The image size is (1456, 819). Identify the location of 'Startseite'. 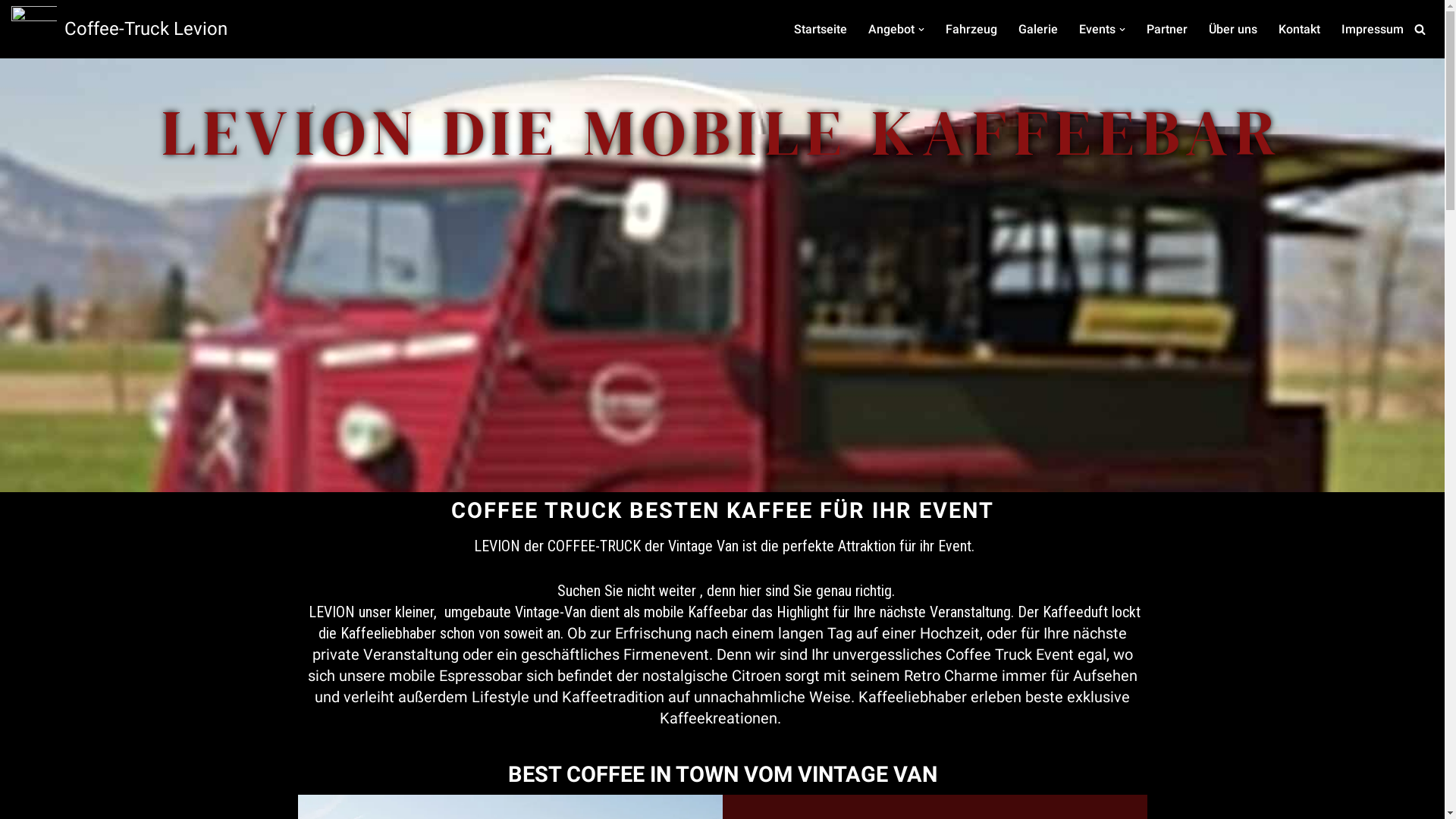
(792, 29).